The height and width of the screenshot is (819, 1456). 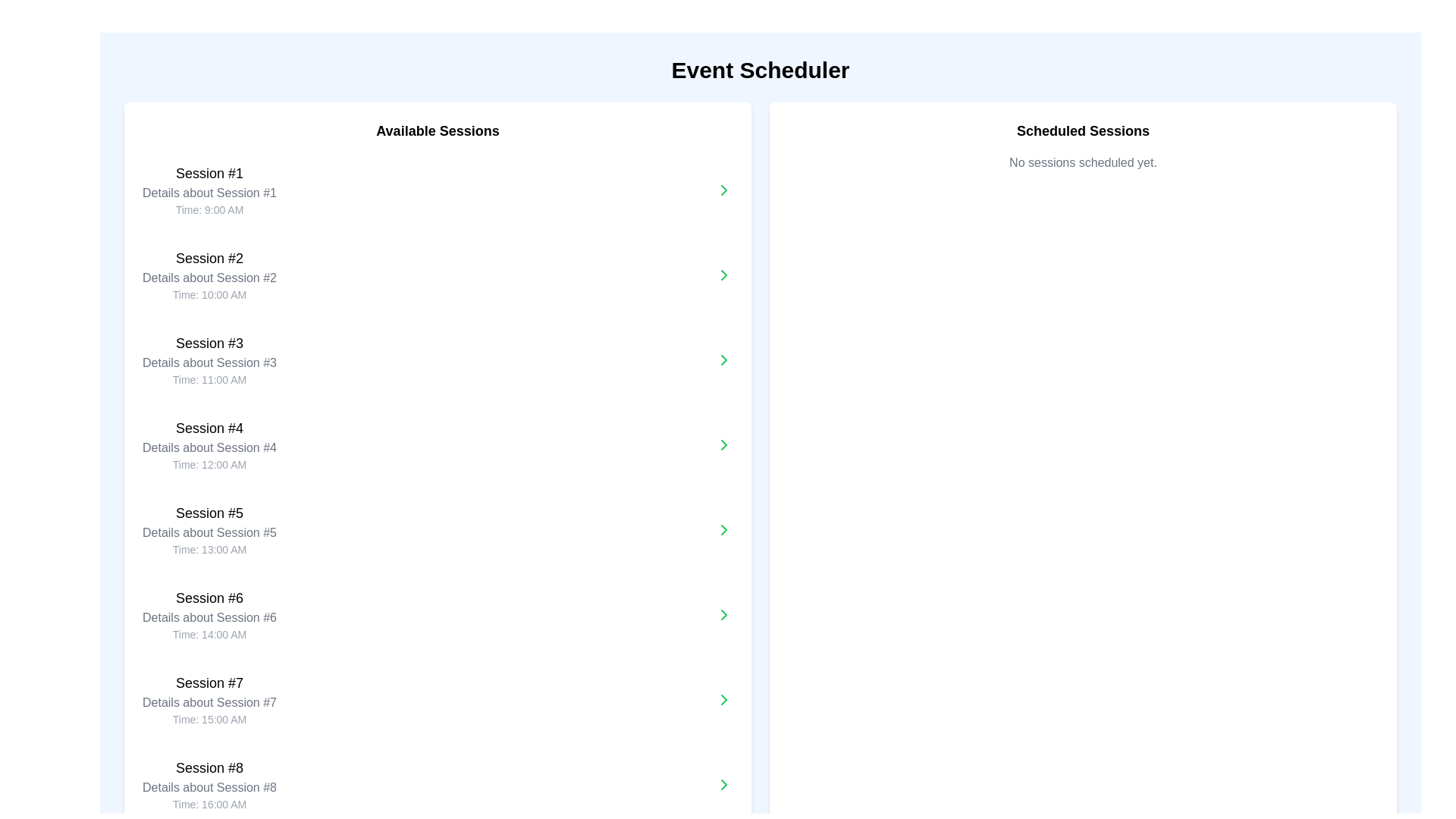 I want to click on the fourth chevron icon pointing right, located to the right of 'Session #4' in the 'Available Sessions' section, so click(x=723, y=444).